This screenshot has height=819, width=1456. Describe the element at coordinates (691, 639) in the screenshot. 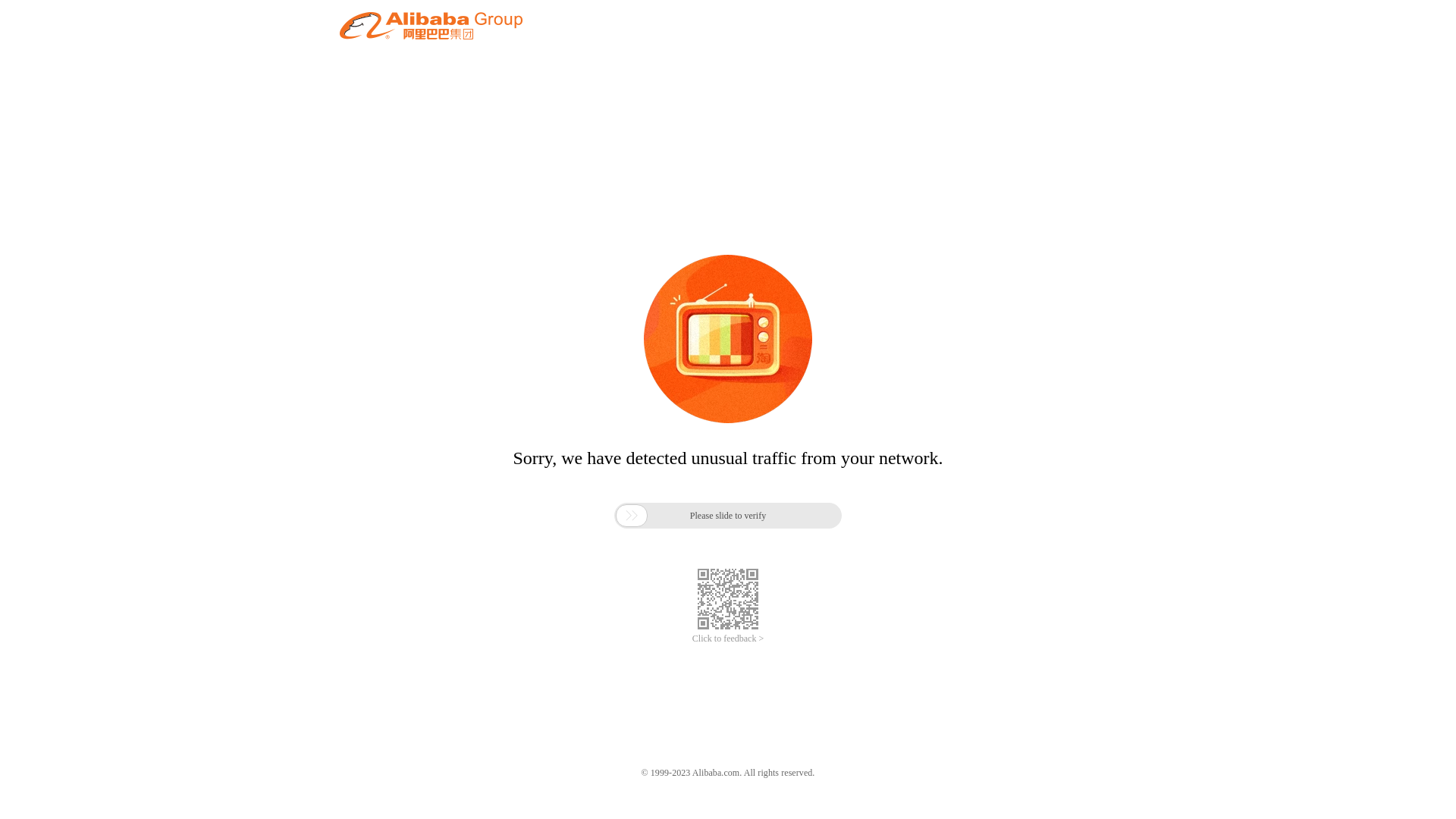

I see `'Click to feedback >'` at that location.